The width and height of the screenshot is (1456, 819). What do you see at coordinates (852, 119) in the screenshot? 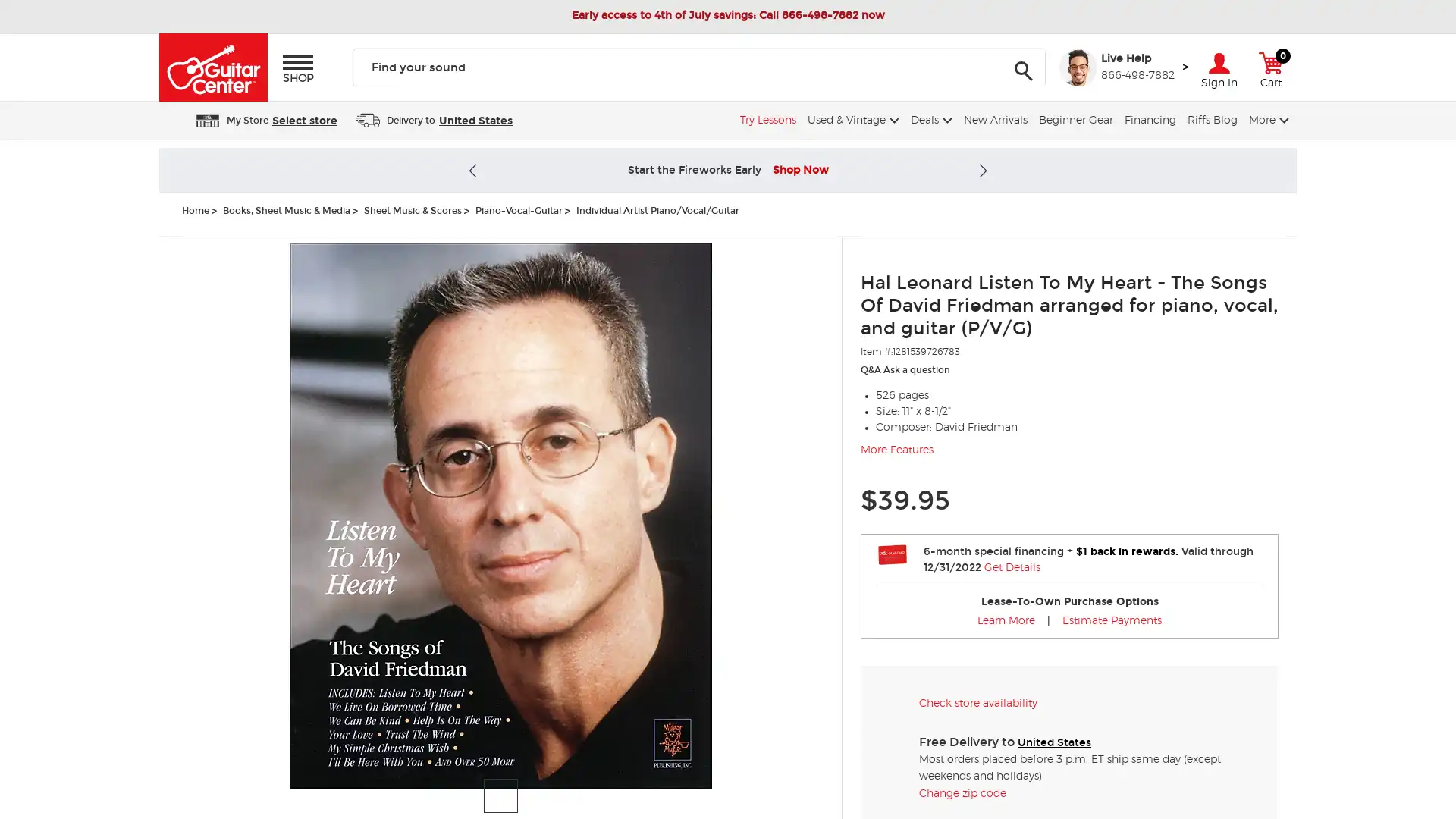
I see `Used & Vintage` at bounding box center [852, 119].